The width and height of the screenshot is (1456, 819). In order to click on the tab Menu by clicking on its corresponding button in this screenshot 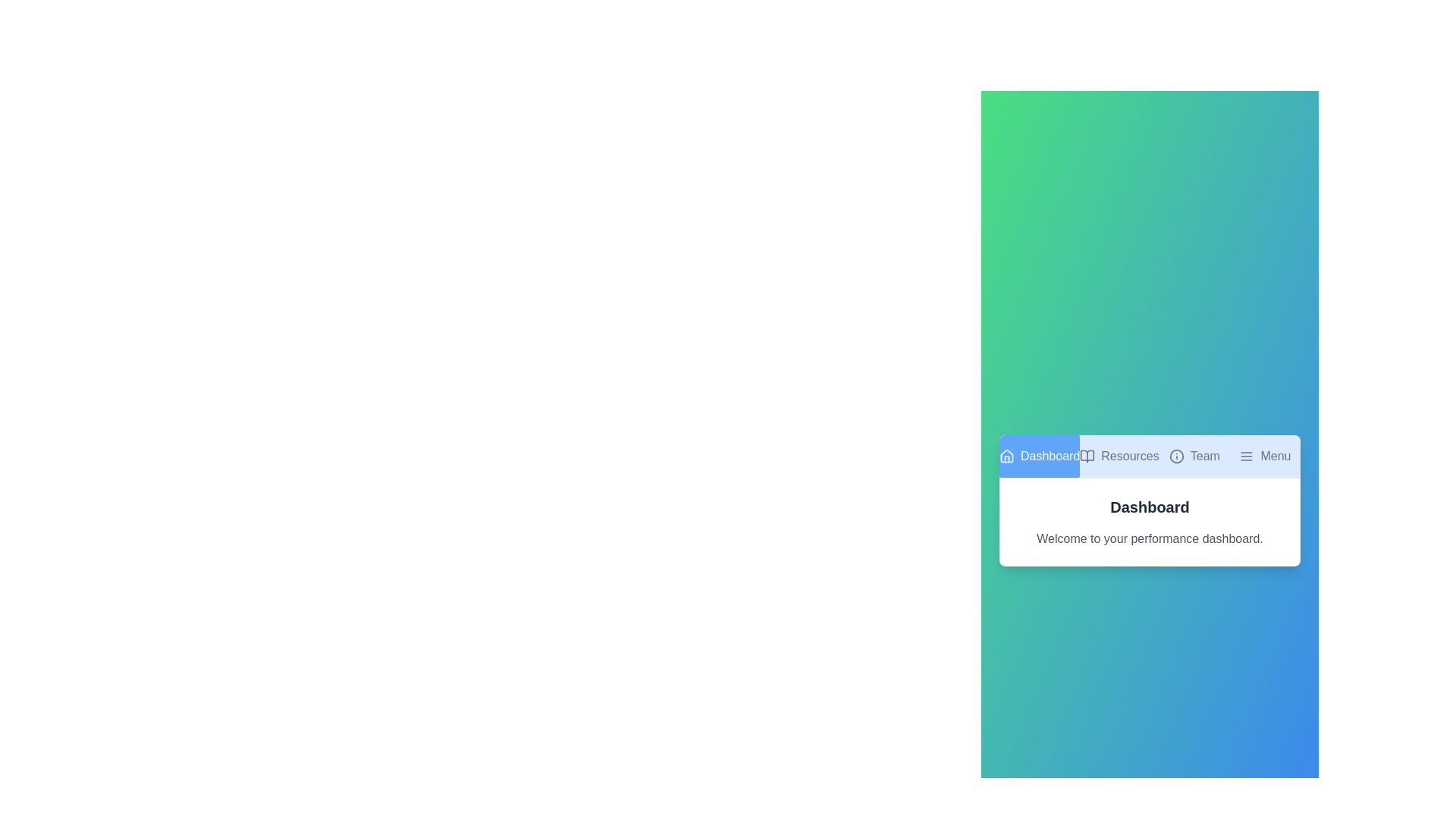, I will do `click(1265, 455)`.